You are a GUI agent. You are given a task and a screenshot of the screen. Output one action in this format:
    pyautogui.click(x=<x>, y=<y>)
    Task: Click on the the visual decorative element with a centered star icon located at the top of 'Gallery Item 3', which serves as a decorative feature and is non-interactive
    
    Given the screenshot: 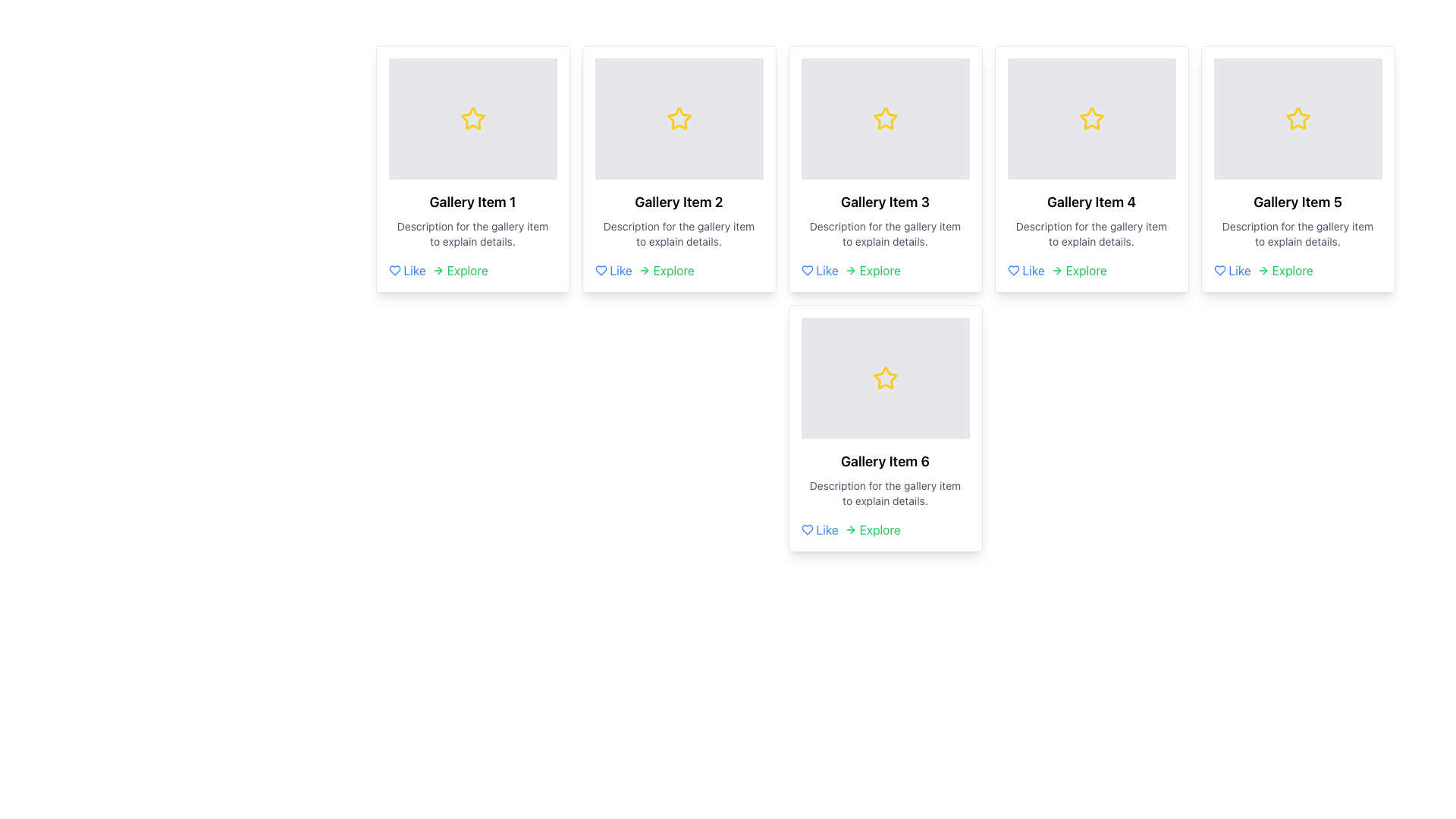 What is the action you would take?
    pyautogui.click(x=885, y=118)
    